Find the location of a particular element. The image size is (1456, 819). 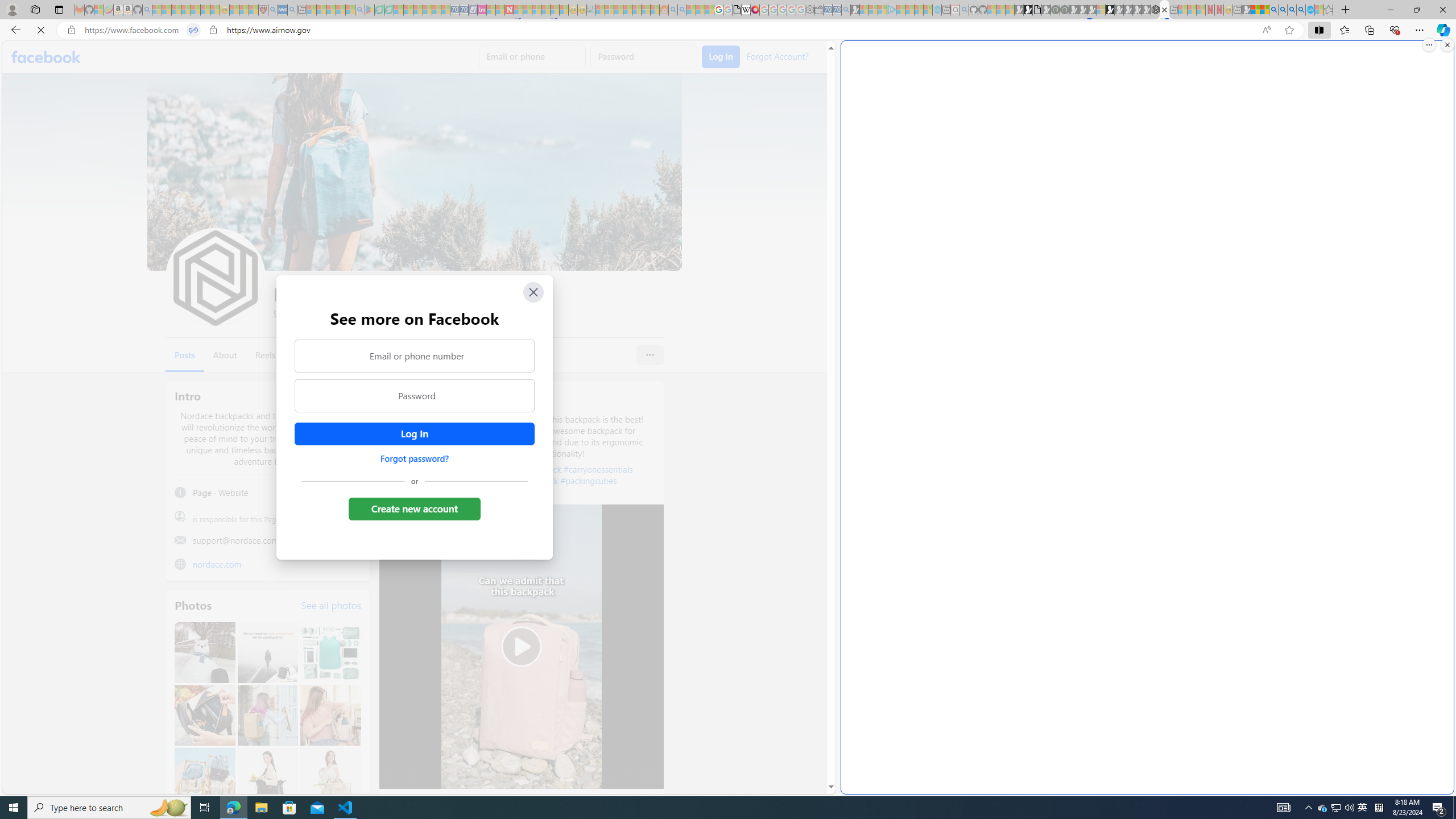

'Home | Sky Blue Bikes - Sky Blue Bikes - Sleeping' is located at coordinates (936, 9).